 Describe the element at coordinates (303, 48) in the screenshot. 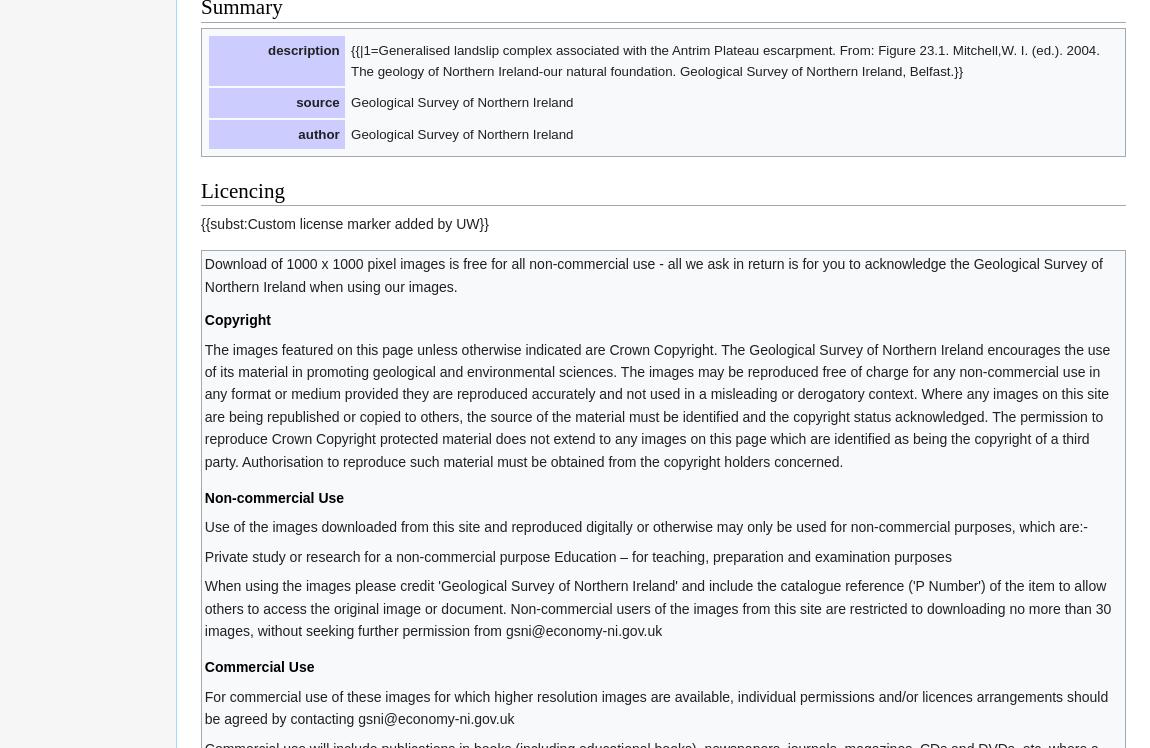

I see `'description'` at that location.